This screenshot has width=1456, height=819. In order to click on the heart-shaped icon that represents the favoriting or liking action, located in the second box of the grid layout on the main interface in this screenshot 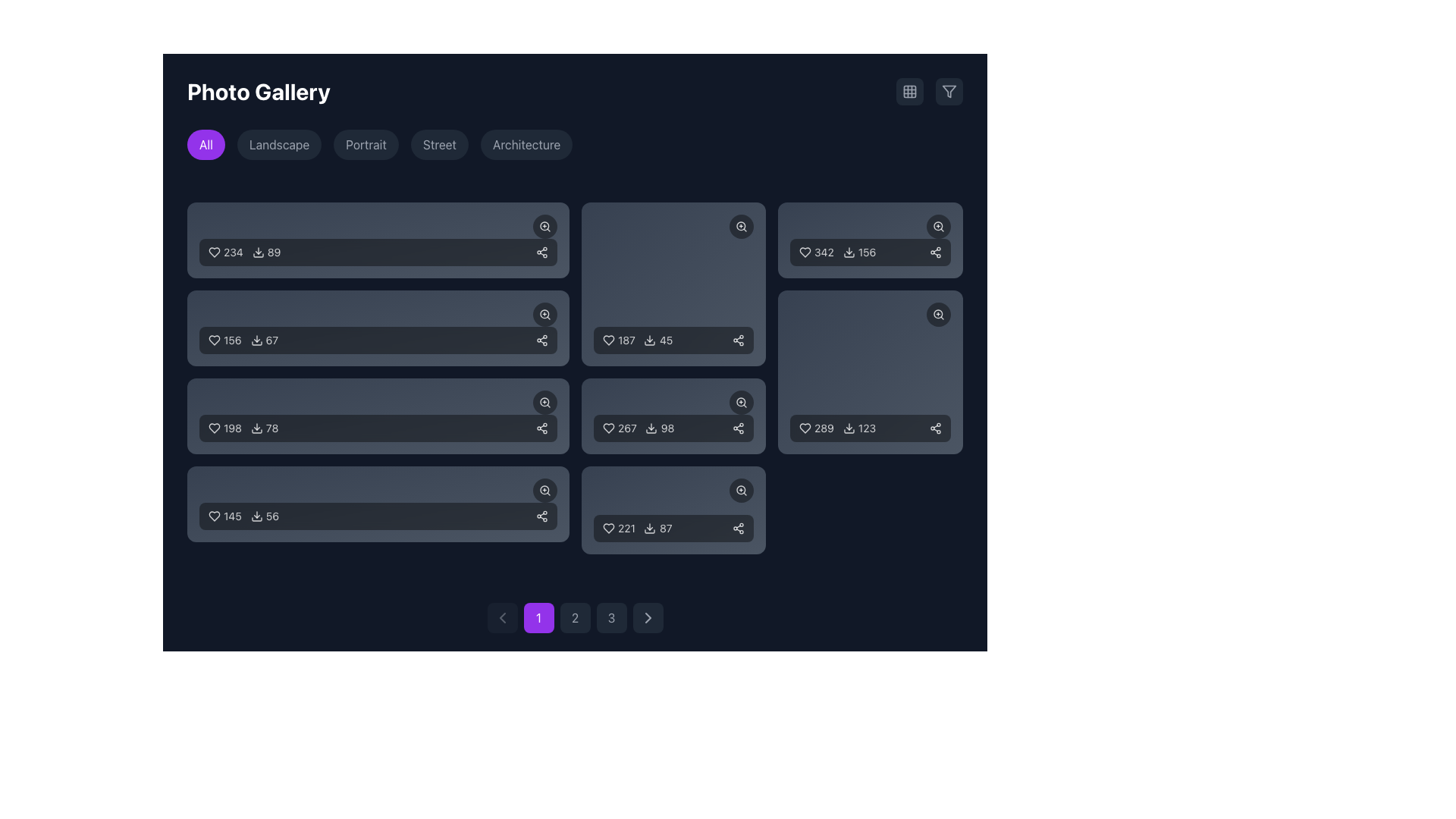, I will do `click(214, 339)`.